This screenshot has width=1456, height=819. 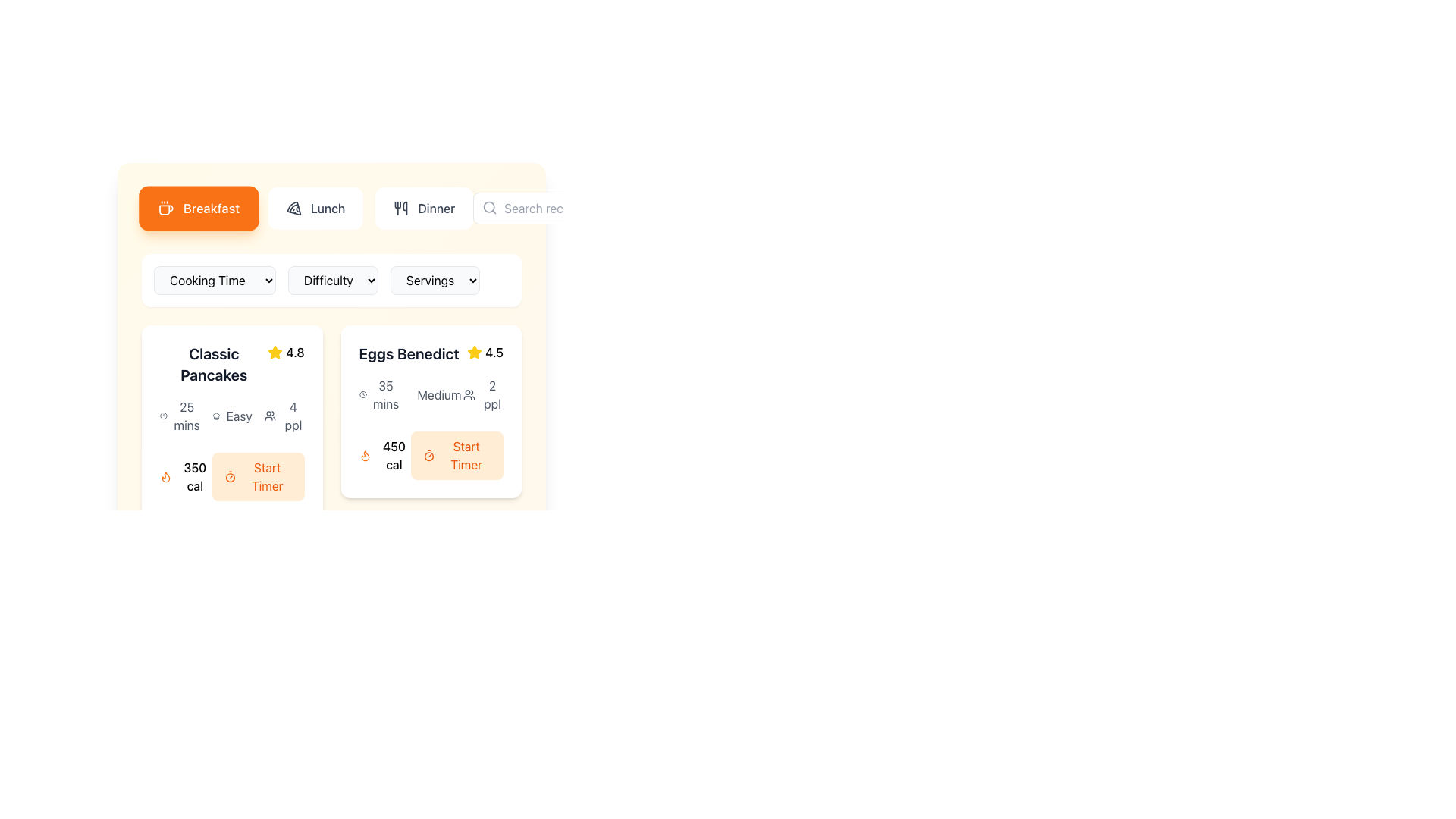 I want to click on caloric information from the label in the composite UI component under the 'Eggs Benedict' section, which includes a button to start a timer, so click(x=430, y=455).